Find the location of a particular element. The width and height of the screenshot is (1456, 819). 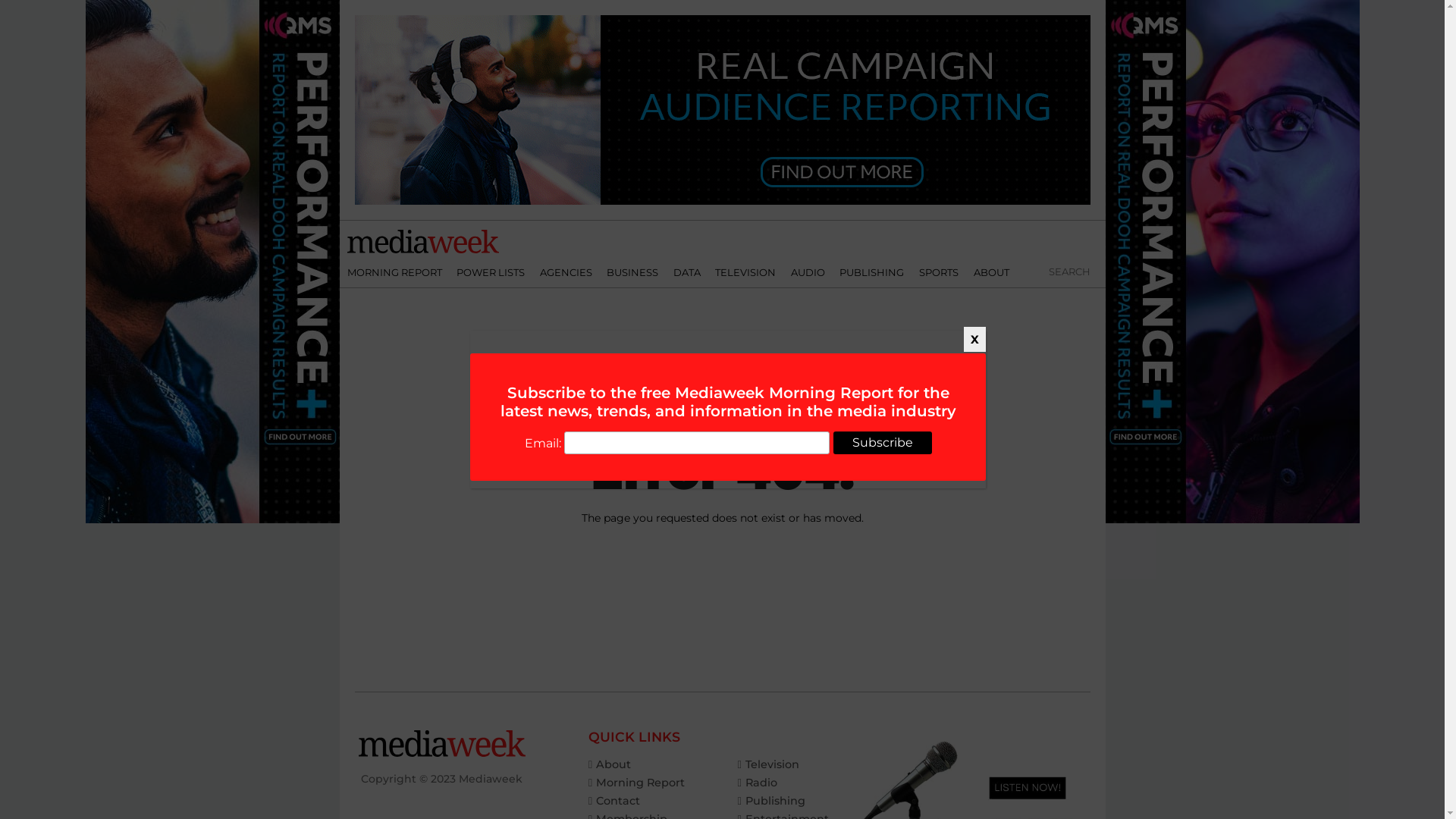

'About' is located at coordinates (610, 764).